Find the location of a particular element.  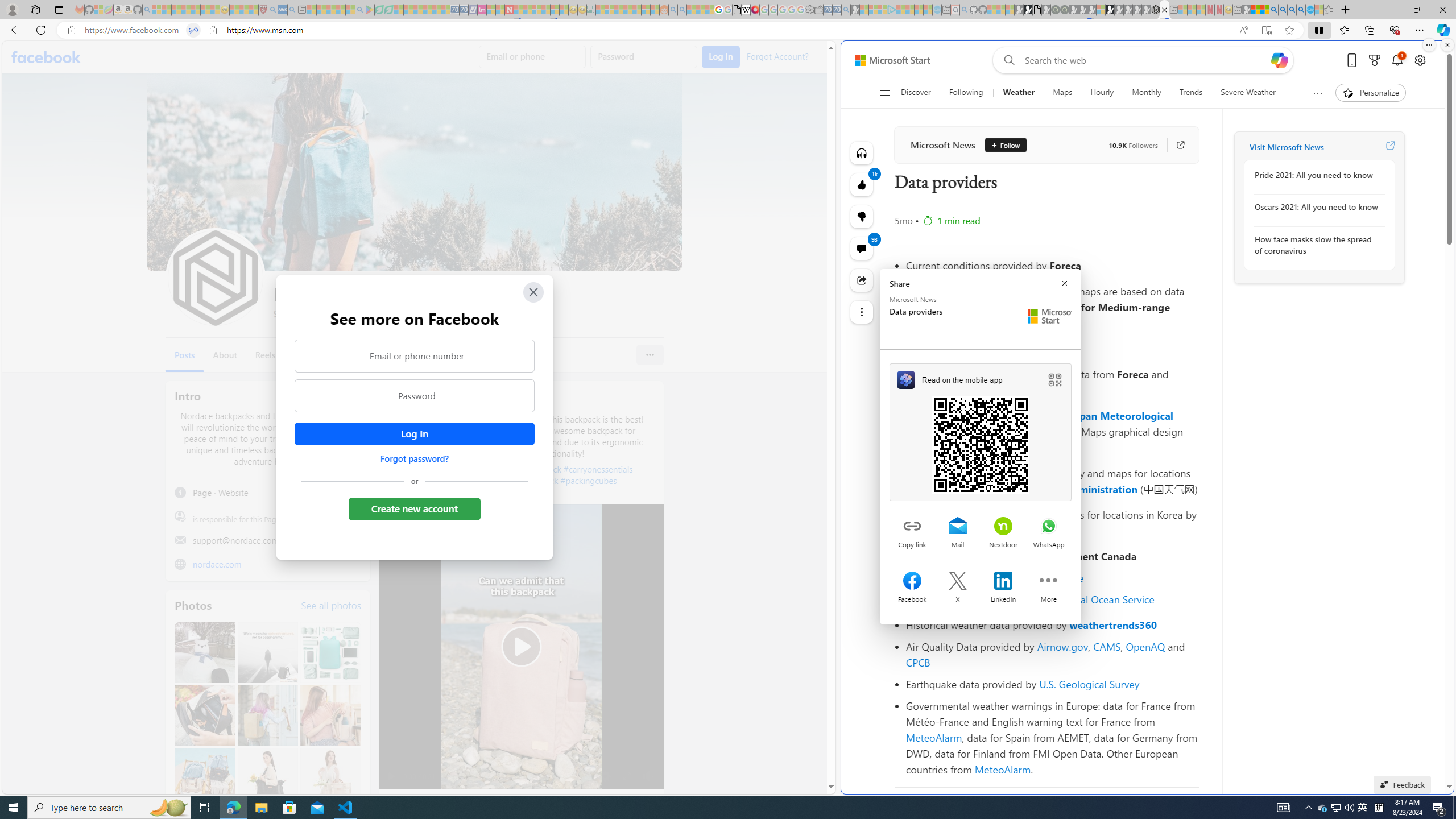

'Monthly' is located at coordinates (1146, 92).